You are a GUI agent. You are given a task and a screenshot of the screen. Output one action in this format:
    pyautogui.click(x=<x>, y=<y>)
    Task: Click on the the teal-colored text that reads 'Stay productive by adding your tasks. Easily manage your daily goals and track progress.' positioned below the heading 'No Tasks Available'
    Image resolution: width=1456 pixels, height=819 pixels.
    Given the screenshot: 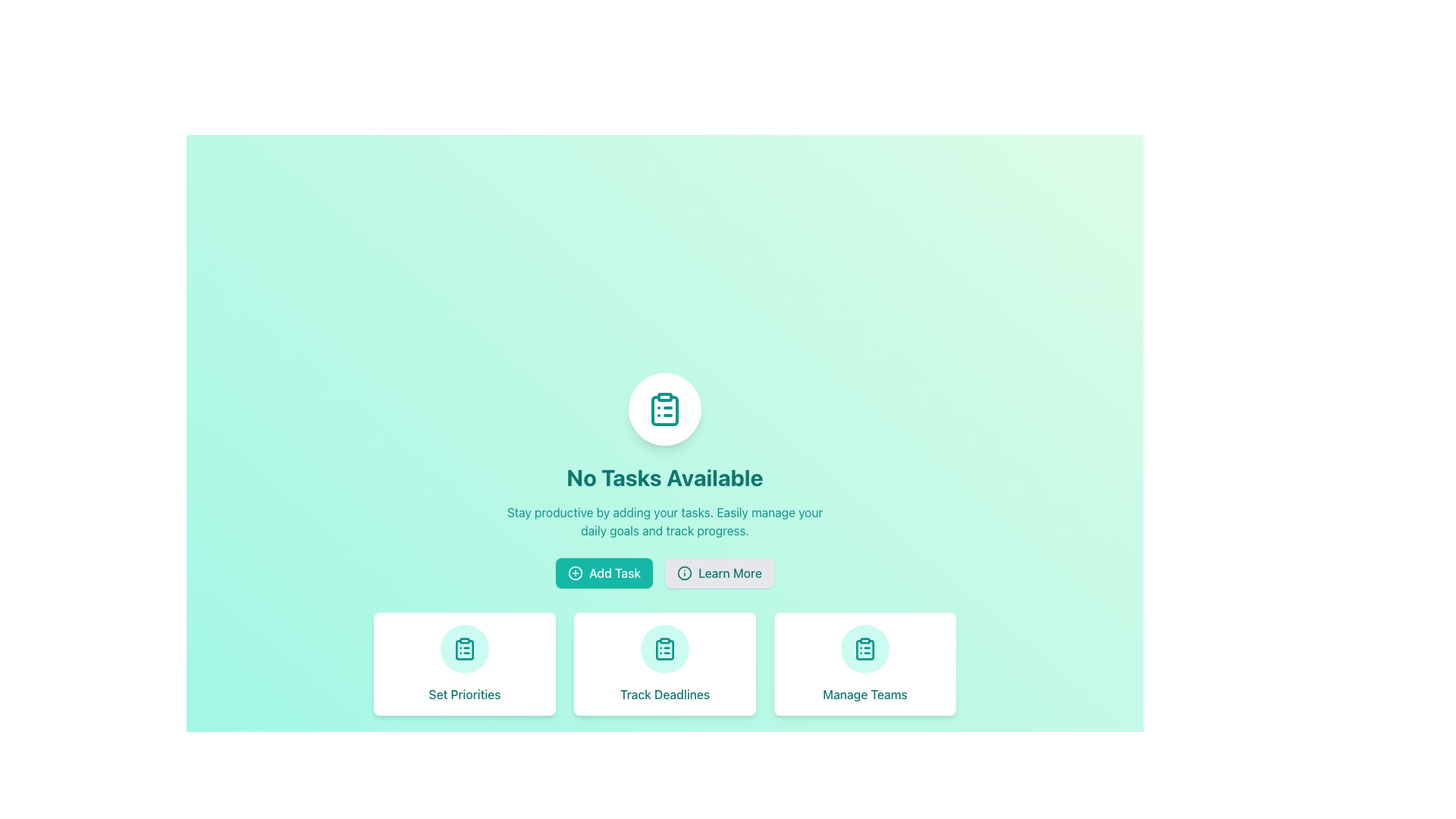 What is the action you would take?
    pyautogui.click(x=665, y=520)
    